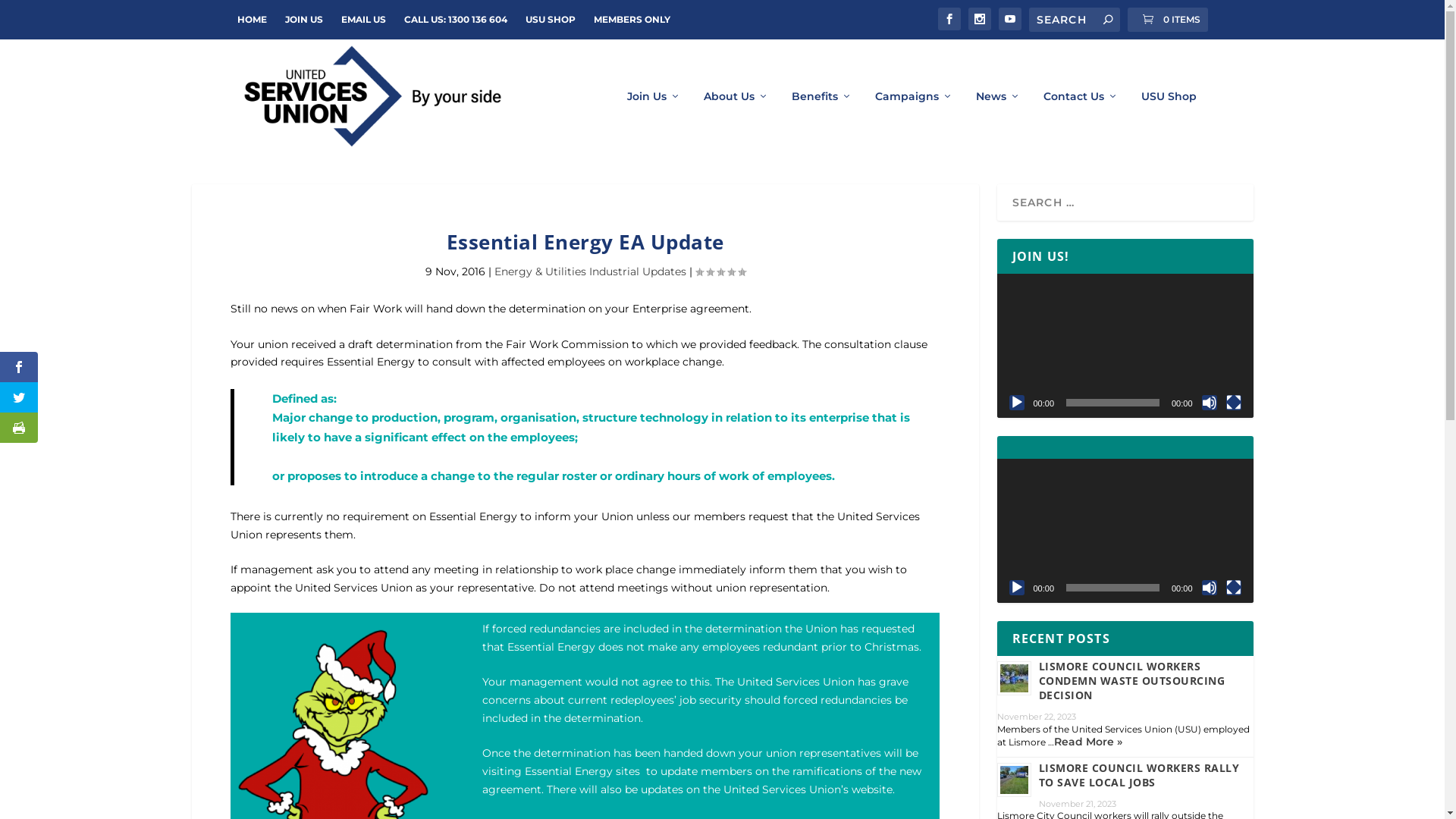  What do you see at coordinates (1233, 587) in the screenshot?
I see `'Fullscreen'` at bounding box center [1233, 587].